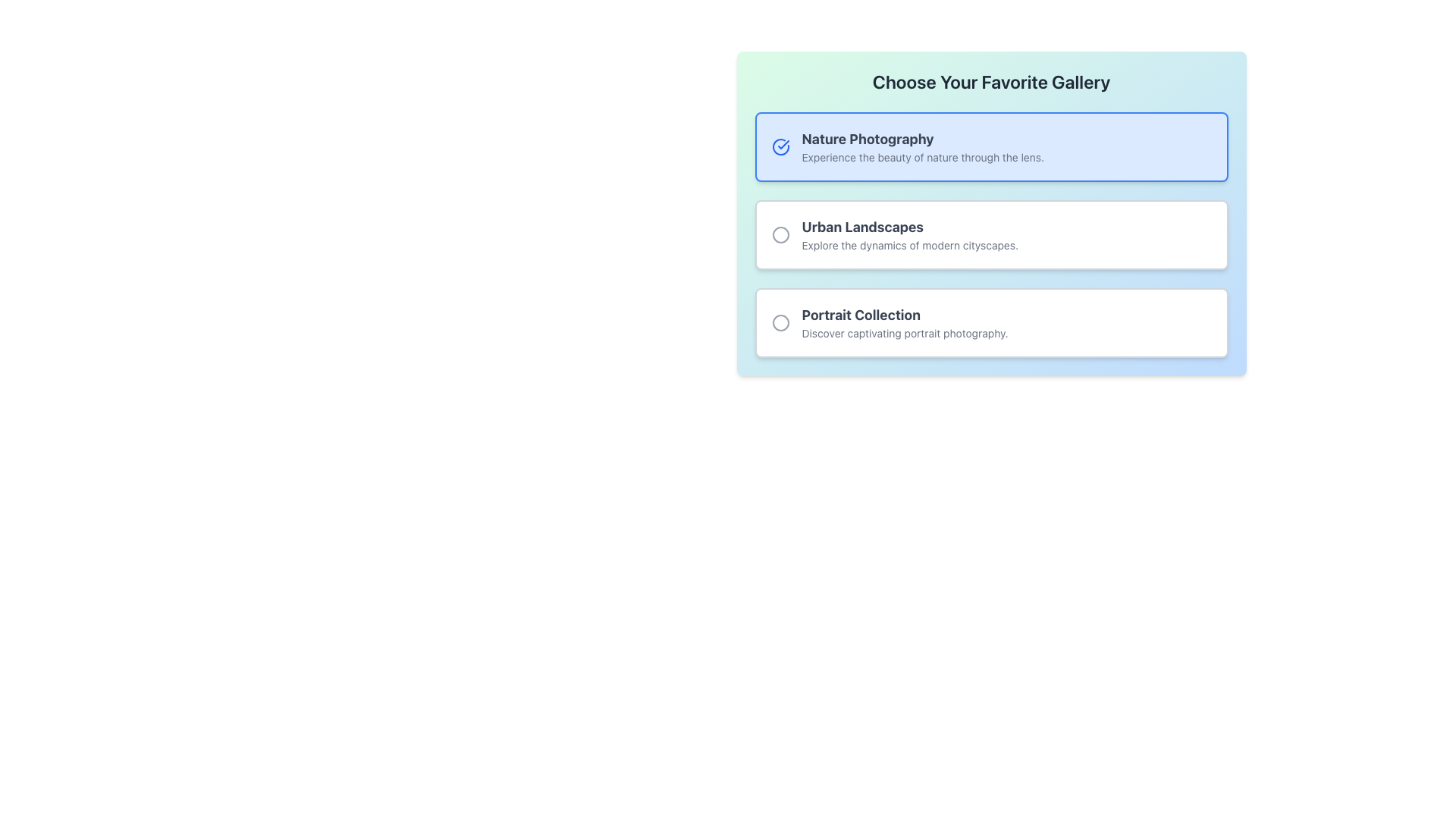 The width and height of the screenshot is (1456, 819). Describe the element at coordinates (991, 146) in the screenshot. I see `the 'Nature Photography' interactive card` at that location.